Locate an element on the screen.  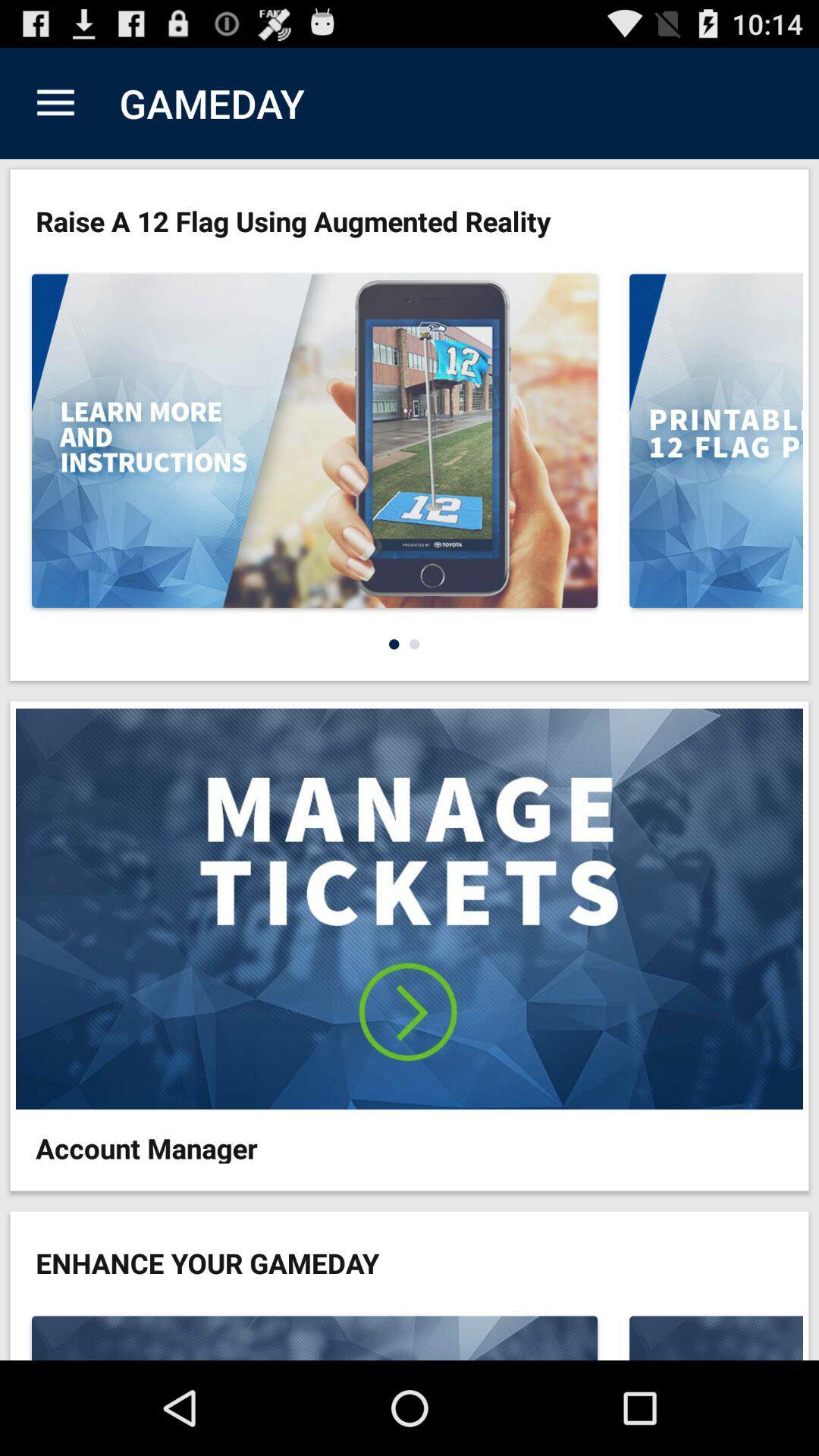
item to the left of the gameday is located at coordinates (55, 102).